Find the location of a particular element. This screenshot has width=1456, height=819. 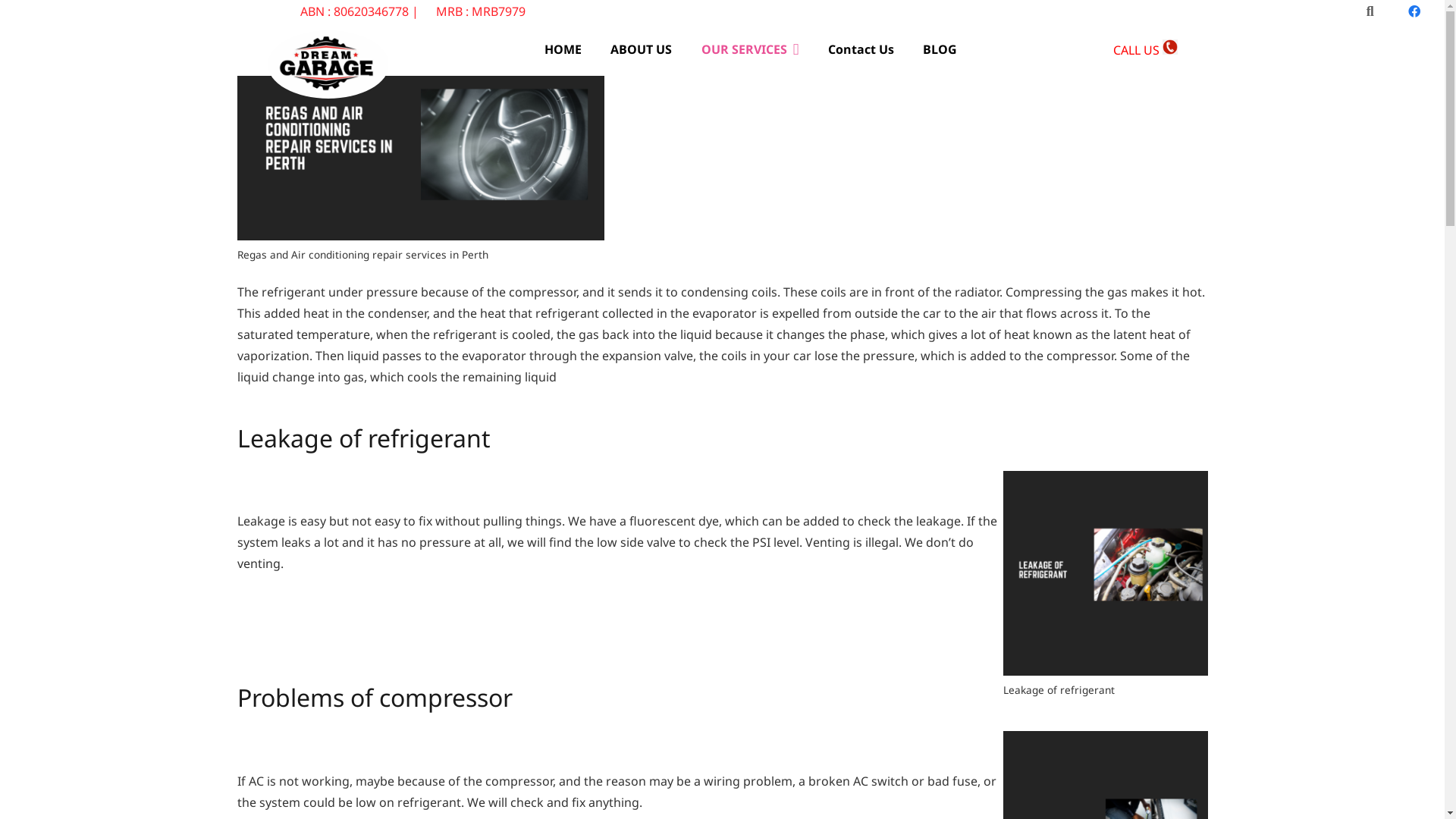

'HOME' is located at coordinates (562, 49).